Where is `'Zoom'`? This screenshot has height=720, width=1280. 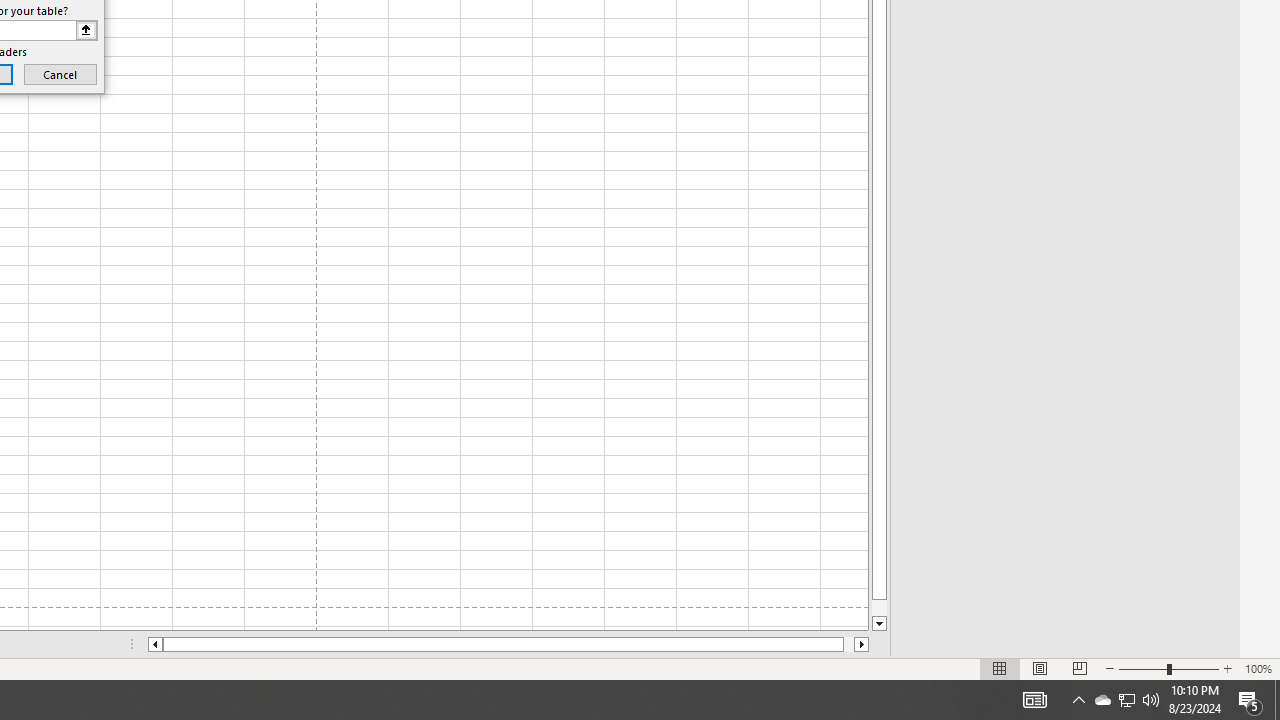 'Zoom' is located at coordinates (1168, 669).